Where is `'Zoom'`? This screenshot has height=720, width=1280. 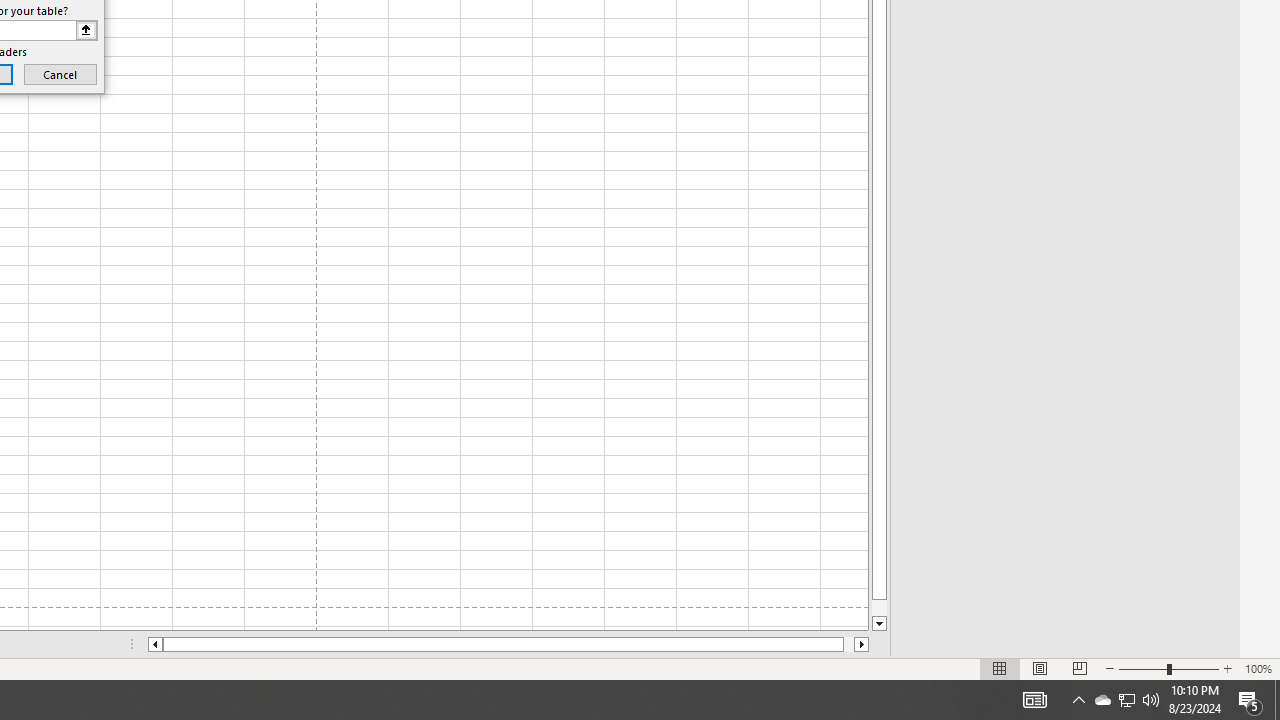 'Zoom' is located at coordinates (1168, 669).